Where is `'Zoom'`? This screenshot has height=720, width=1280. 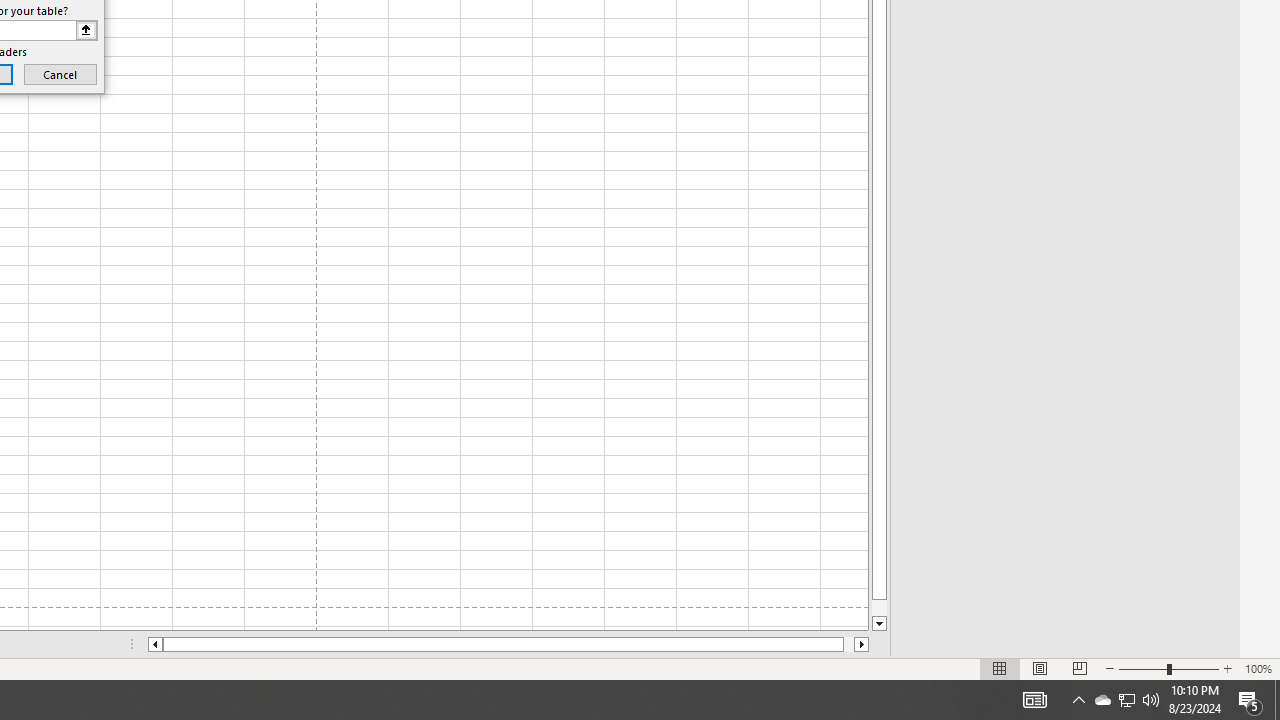 'Zoom' is located at coordinates (1168, 669).